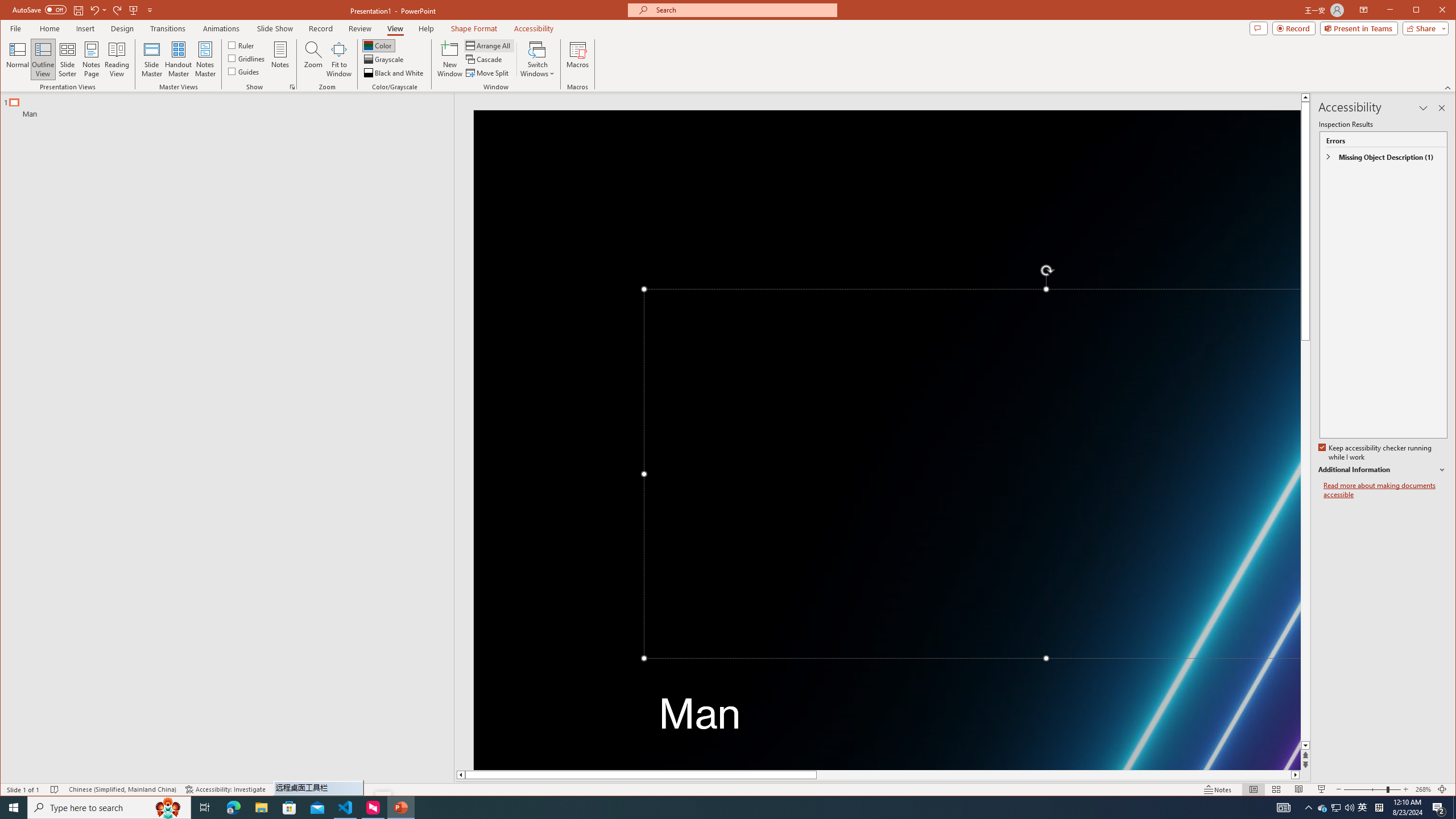 The height and width of the screenshot is (819, 1456). What do you see at coordinates (489, 45) in the screenshot?
I see `'Arrange All'` at bounding box center [489, 45].